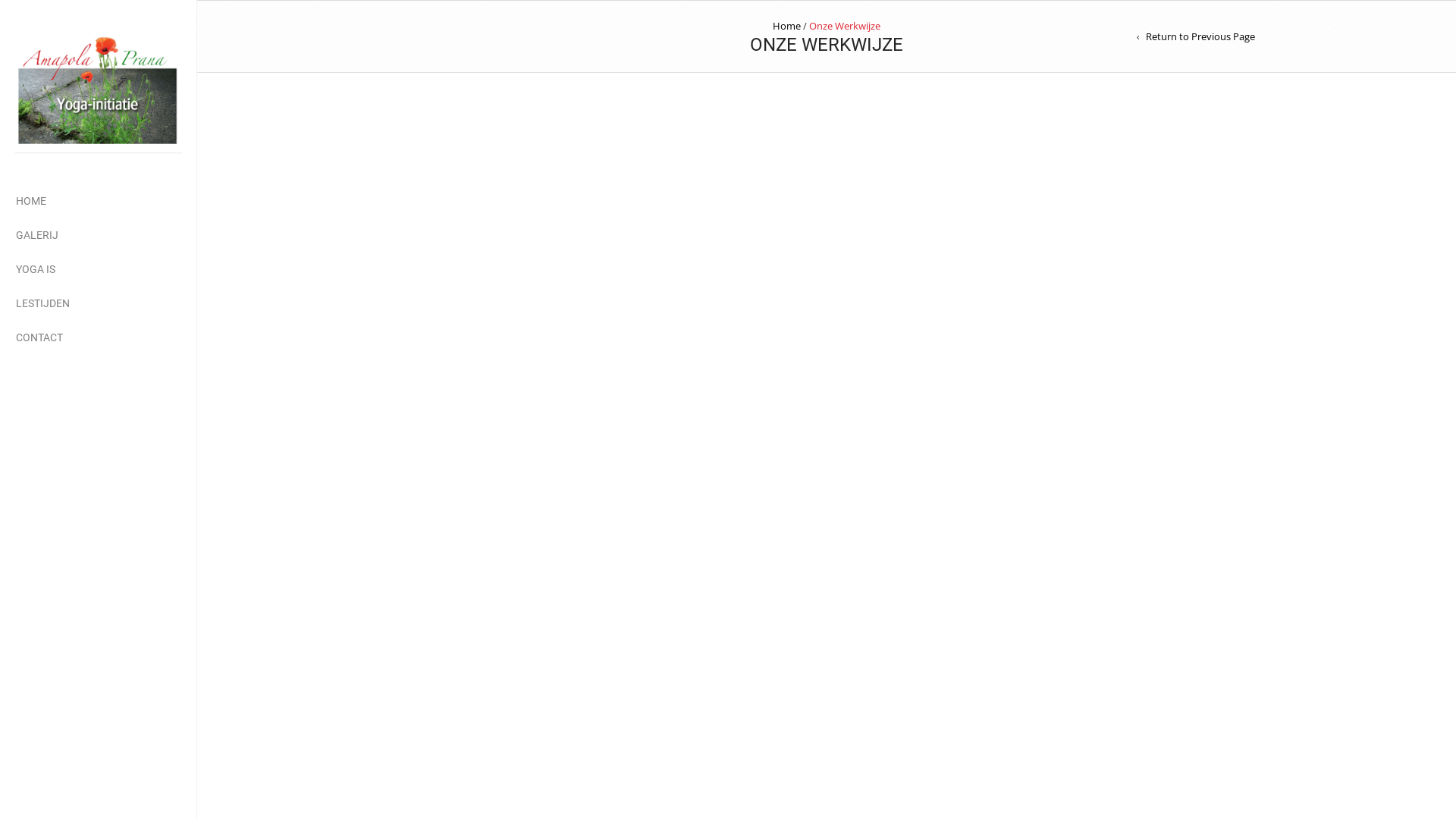 The image size is (1456, 819). Describe the element at coordinates (42, 303) in the screenshot. I see `'LESTIJDEN'` at that location.